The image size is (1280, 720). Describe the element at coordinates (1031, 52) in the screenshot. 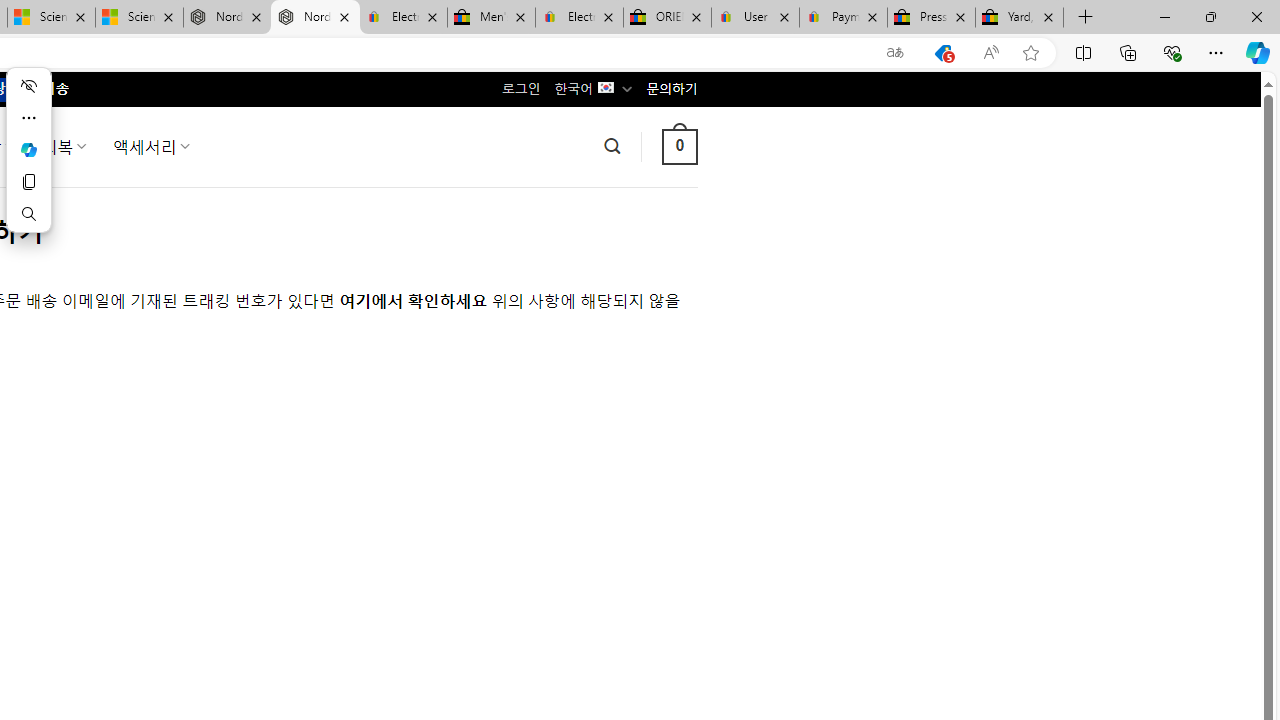

I see `'Add this page to favorites (Ctrl+D)'` at that location.